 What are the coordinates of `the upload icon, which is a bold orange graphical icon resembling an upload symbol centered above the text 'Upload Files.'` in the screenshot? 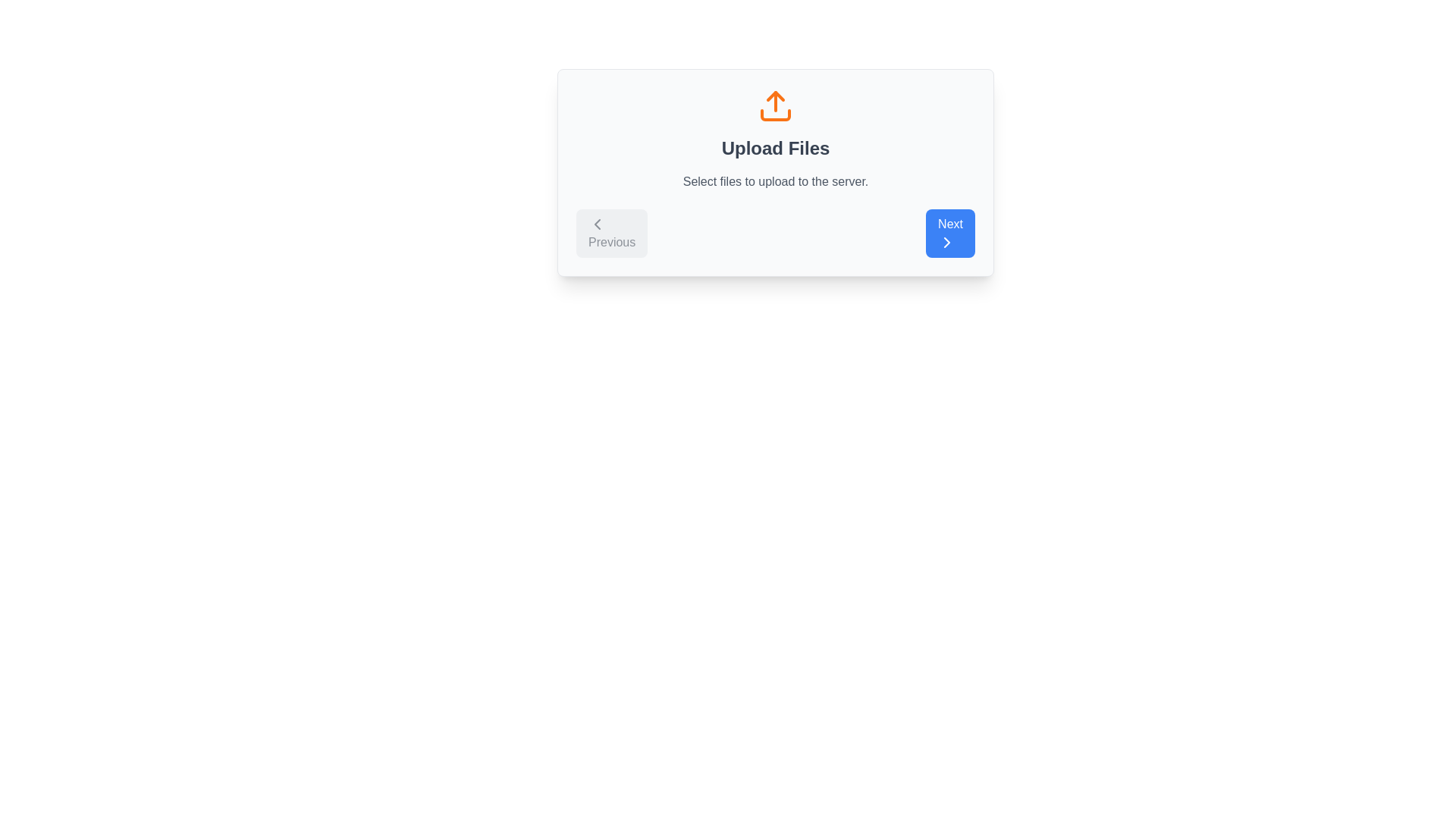 It's located at (775, 105).